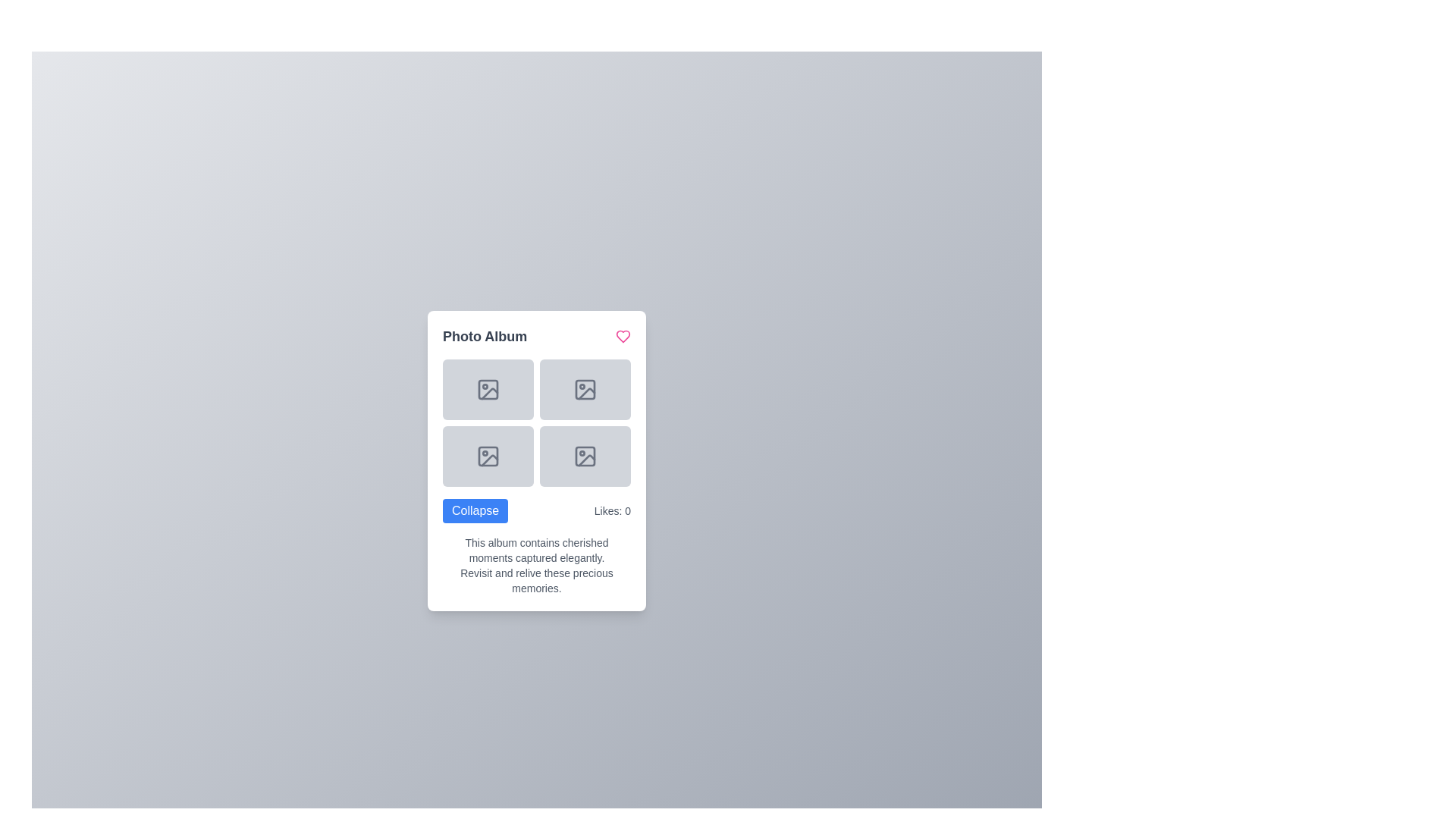 Image resolution: width=1456 pixels, height=819 pixels. Describe the element at coordinates (537, 580) in the screenshot. I see `text block that describes the content related to the album, positioned below the text block stating 'This album contains cherished moments captured elegantly' within the 'Photo Album' card` at that location.